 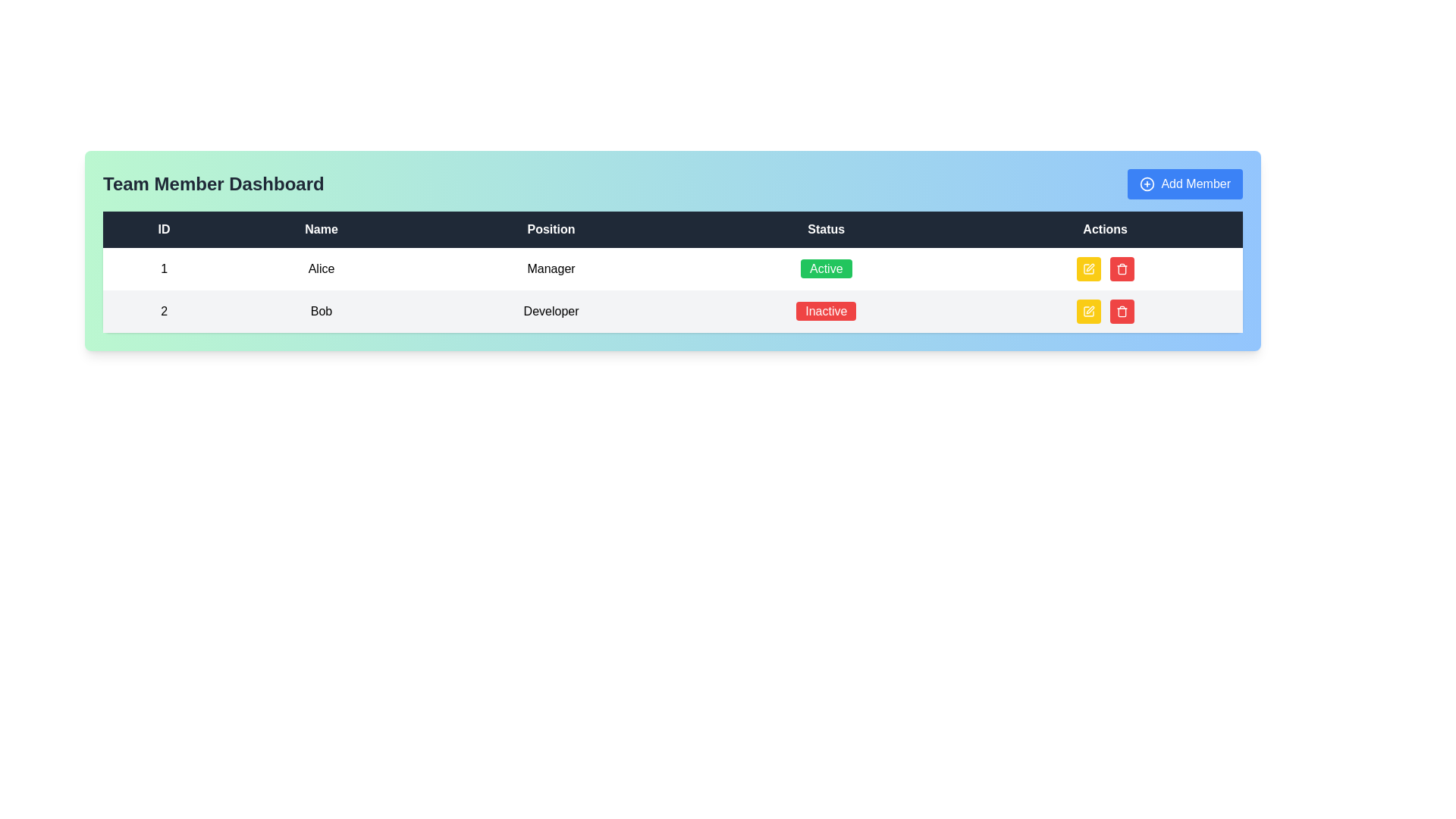 I want to click on the yellow button with a pen icon in the button group for editing, located in the 'Actions' column of the topmost row corresponding to the user 'Alice' with the position 'Manager', so click(x=1105, y=268).